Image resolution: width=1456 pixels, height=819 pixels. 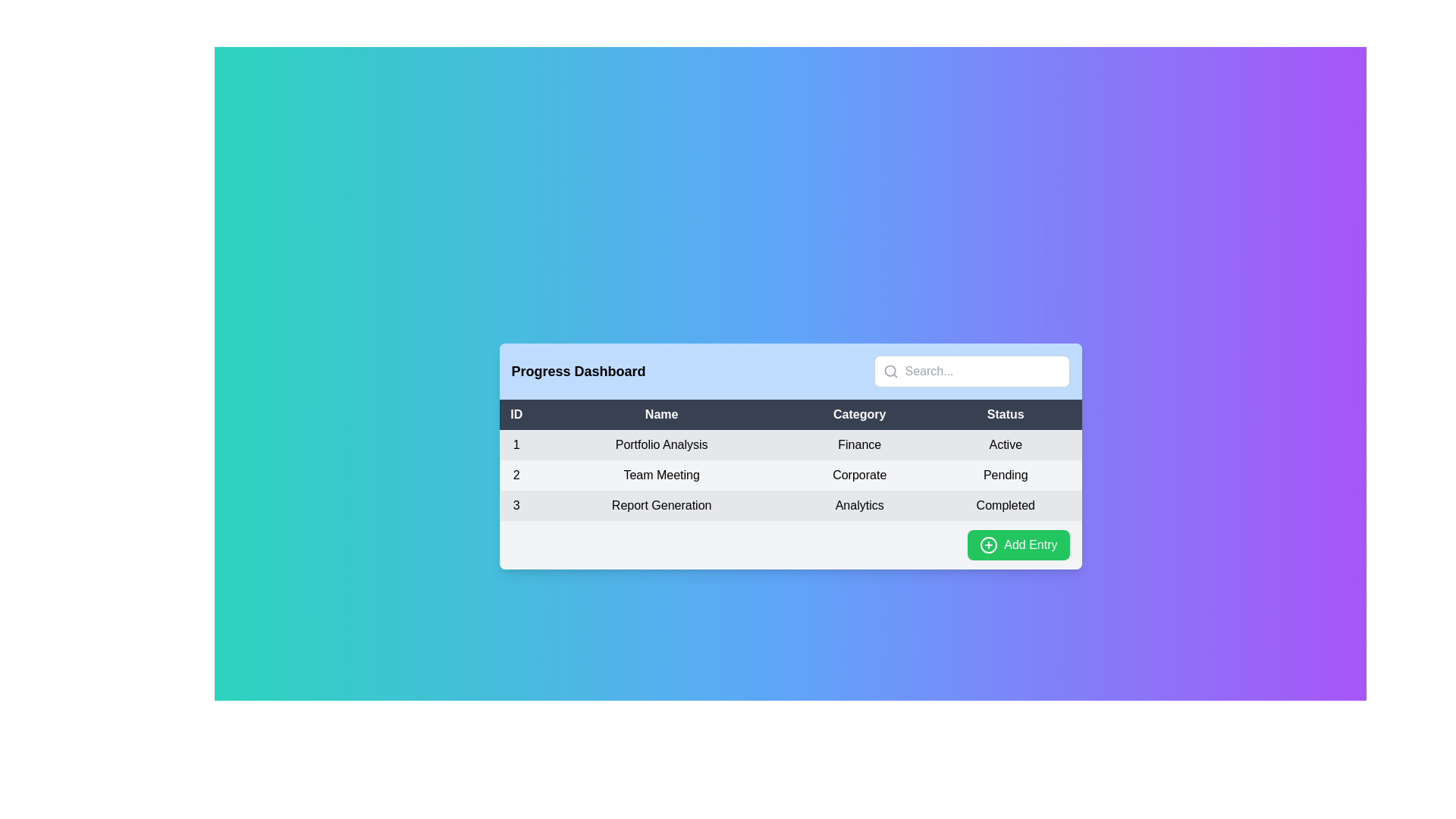 What do you see at coordinates (1018, 544) in the screenshot?
I see `the distinct green button located in the bottom-right section of the 'Progress Dashboard' to initiate adding a new entry to the table` at bounding box center [1018, 544].